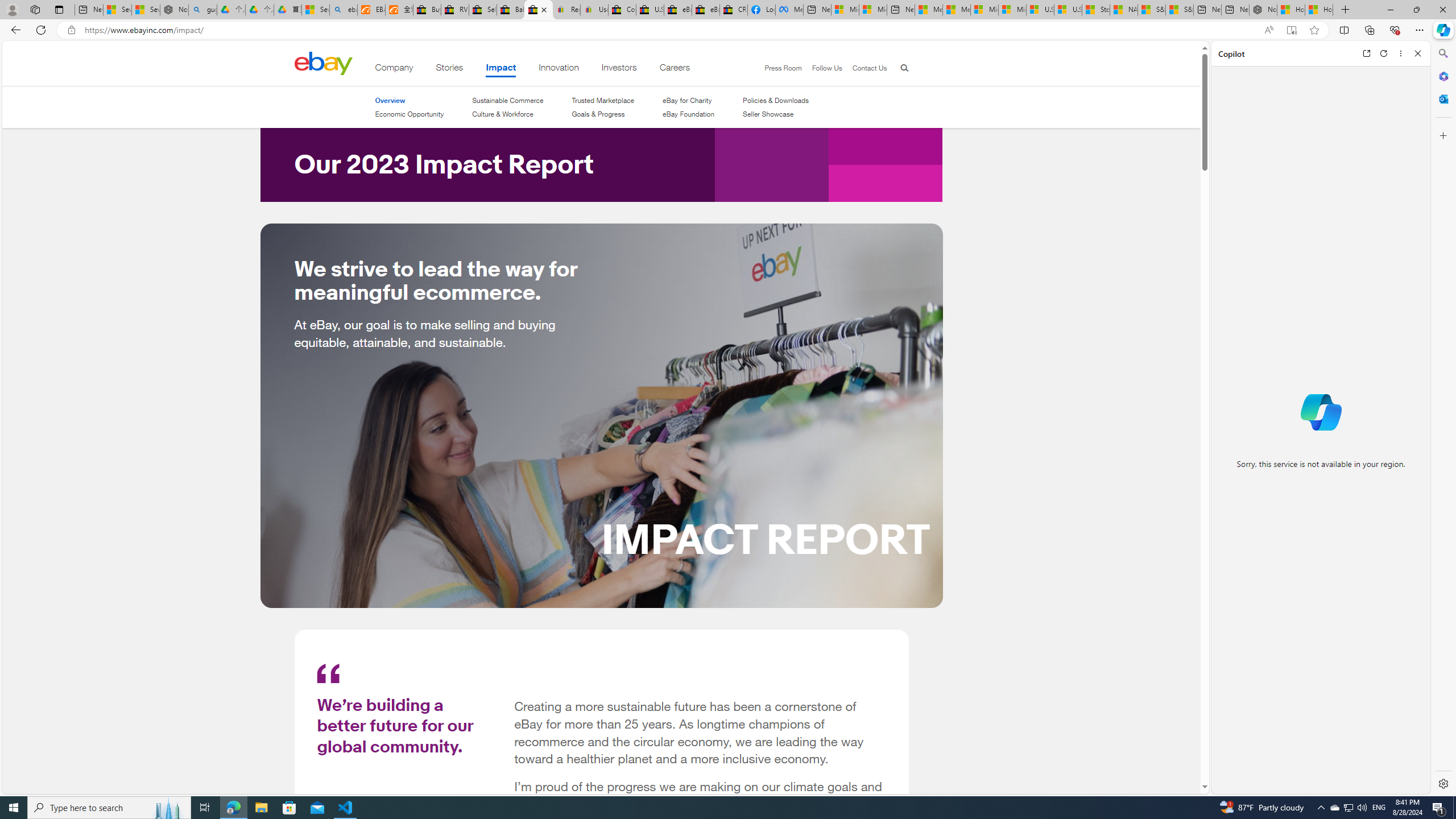 The height and width of the screenshot is (819, 1456). Describe the element at coordinates (675, 69) in the screenshot. I see `'Careers'` at that location.